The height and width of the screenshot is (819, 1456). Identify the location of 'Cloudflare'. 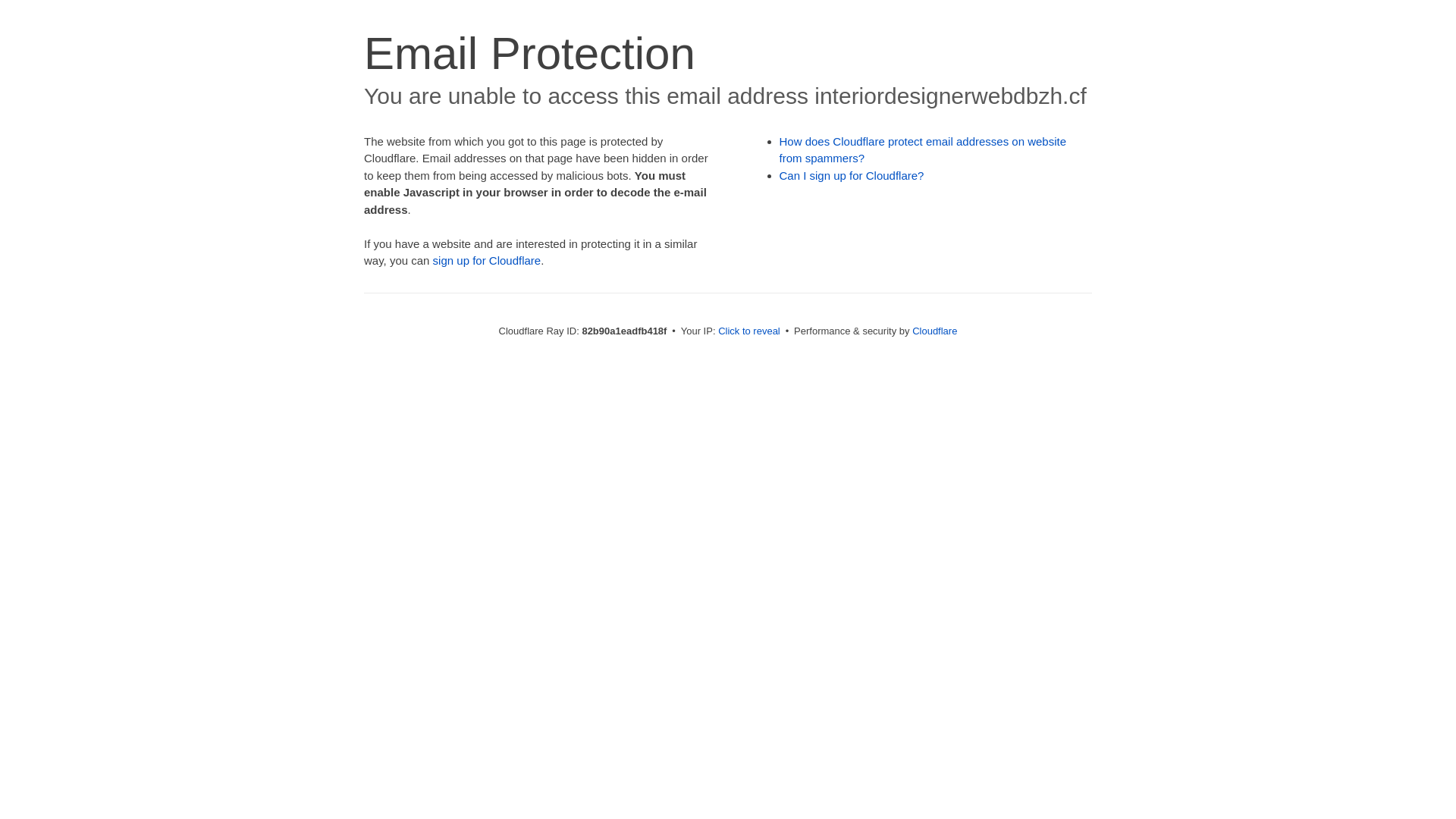
(934, 330).